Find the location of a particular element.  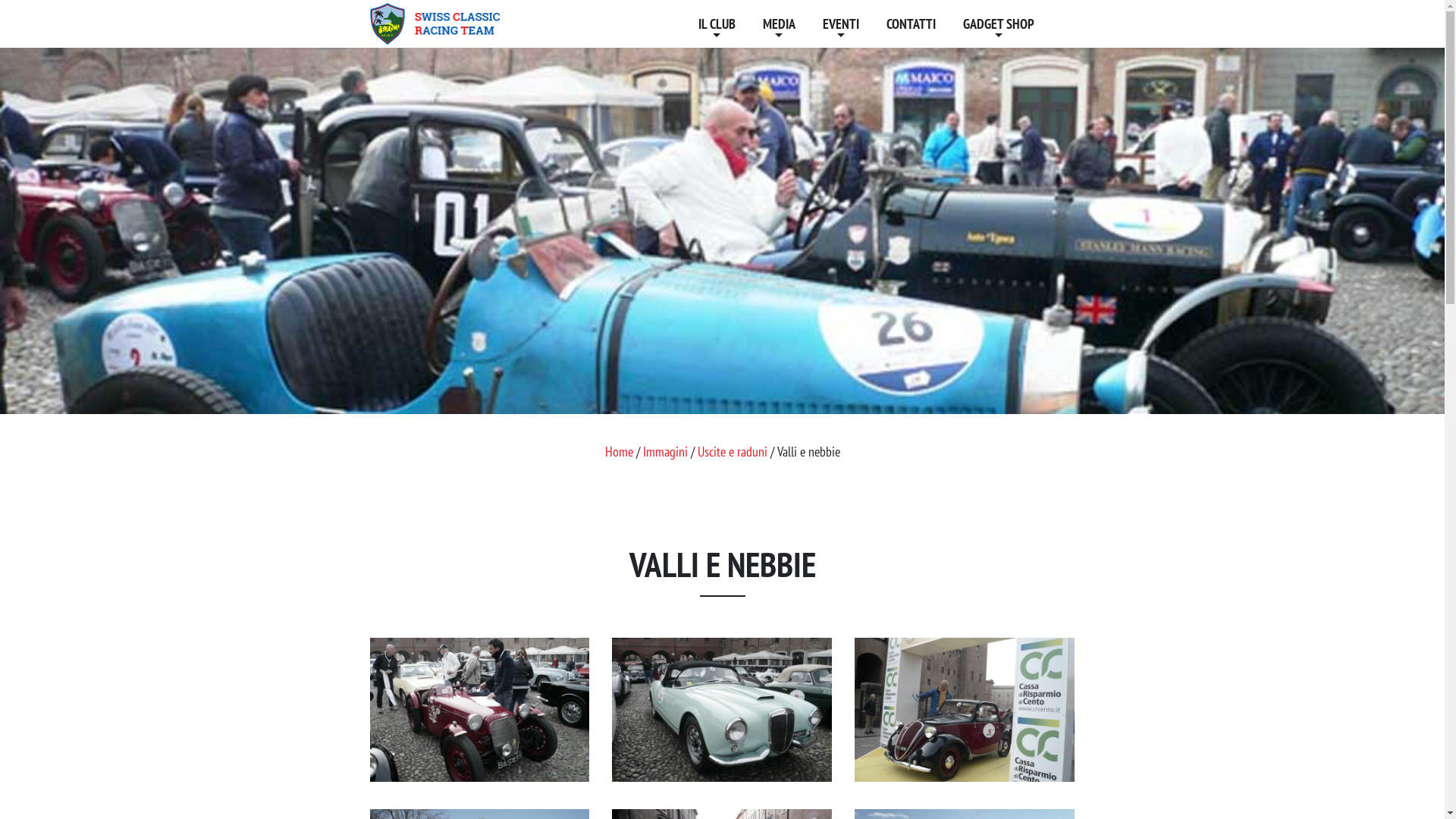

'Home' is located at coordinates (619, 450).